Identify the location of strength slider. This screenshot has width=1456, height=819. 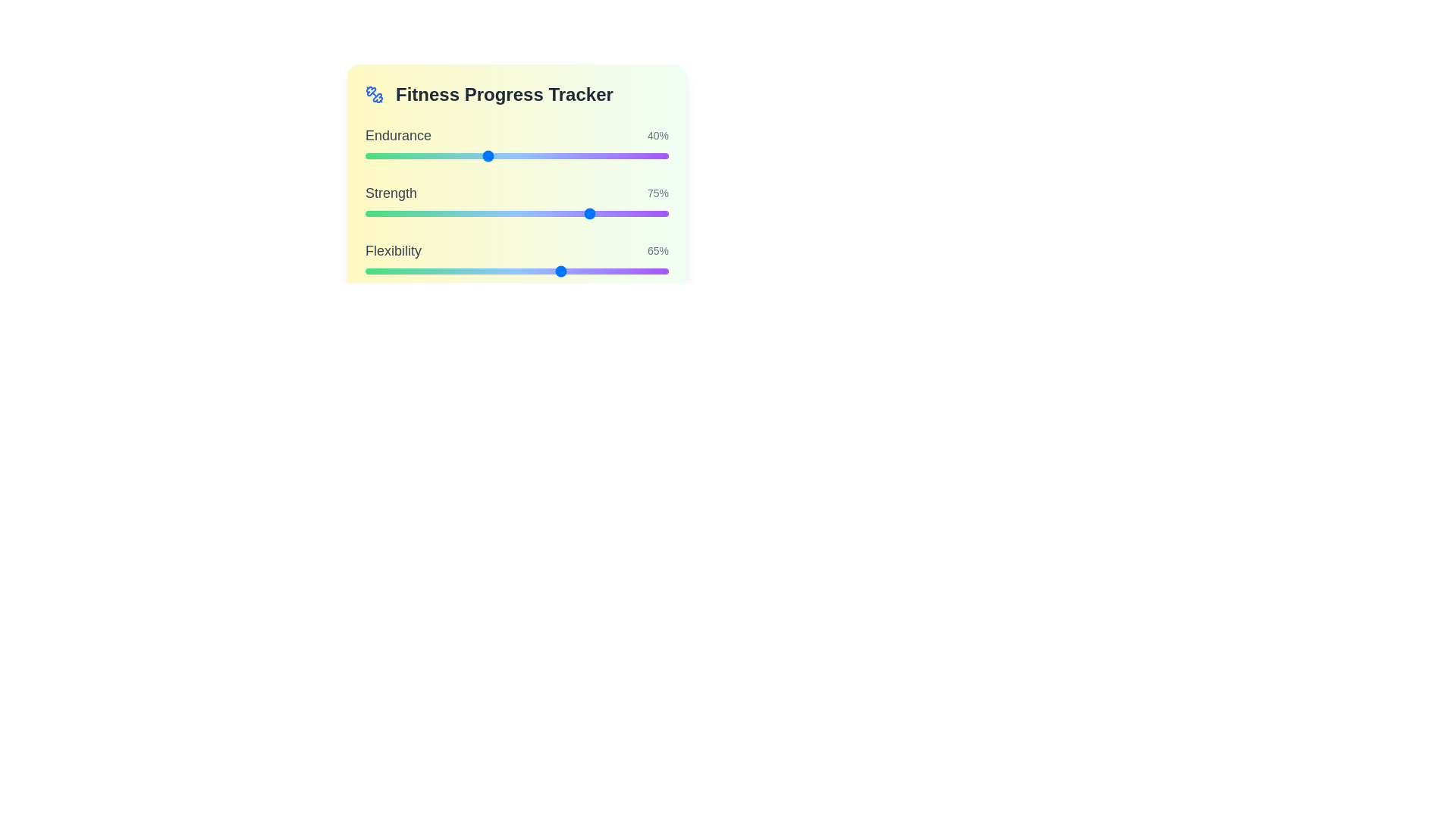
(393, 213).